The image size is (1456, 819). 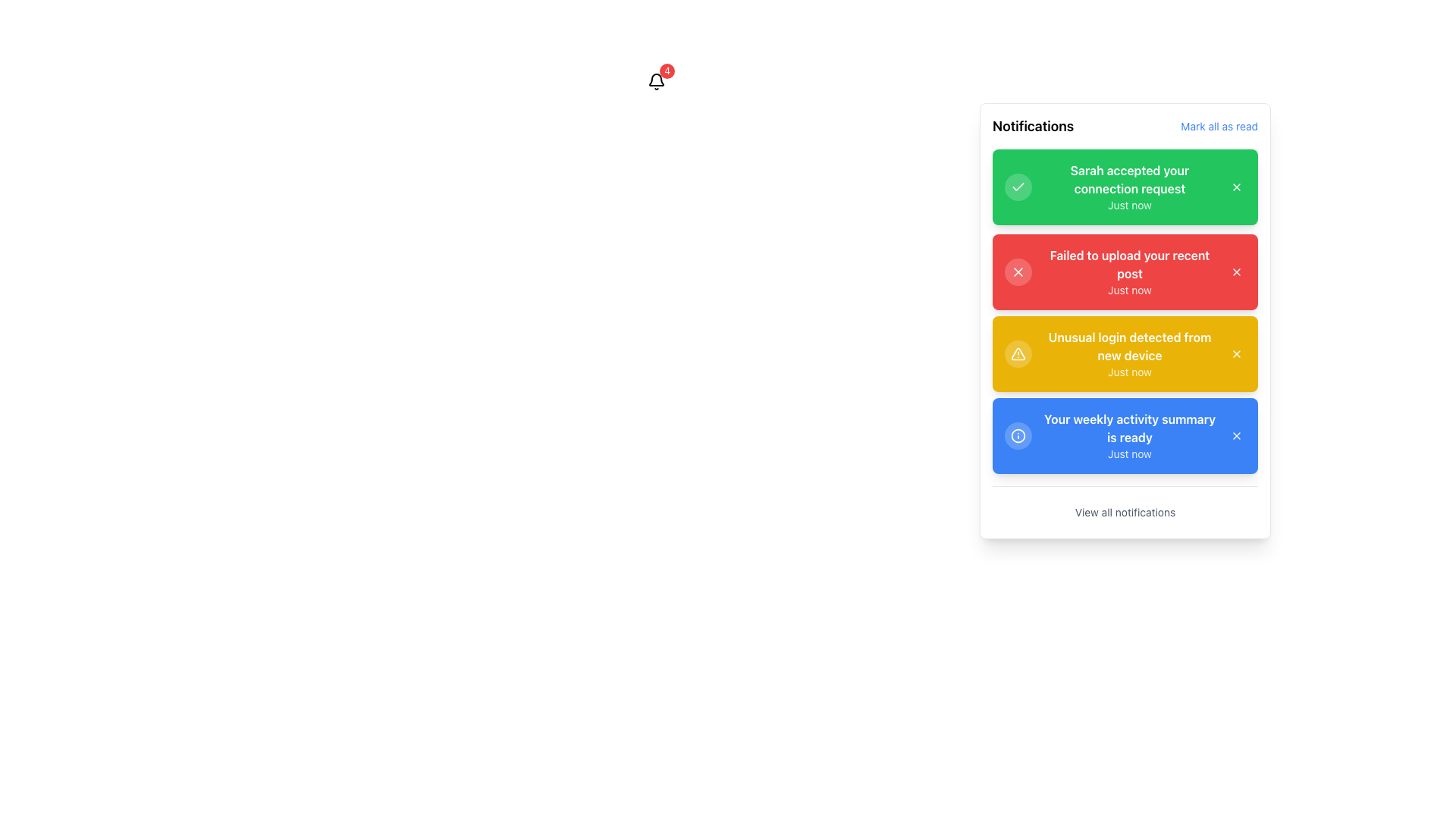 I want to click on the text label that indicates 'Sarah accepted your connection request.' located within the first notification card with a green background for further options or context, so click(x=1129, y=178).